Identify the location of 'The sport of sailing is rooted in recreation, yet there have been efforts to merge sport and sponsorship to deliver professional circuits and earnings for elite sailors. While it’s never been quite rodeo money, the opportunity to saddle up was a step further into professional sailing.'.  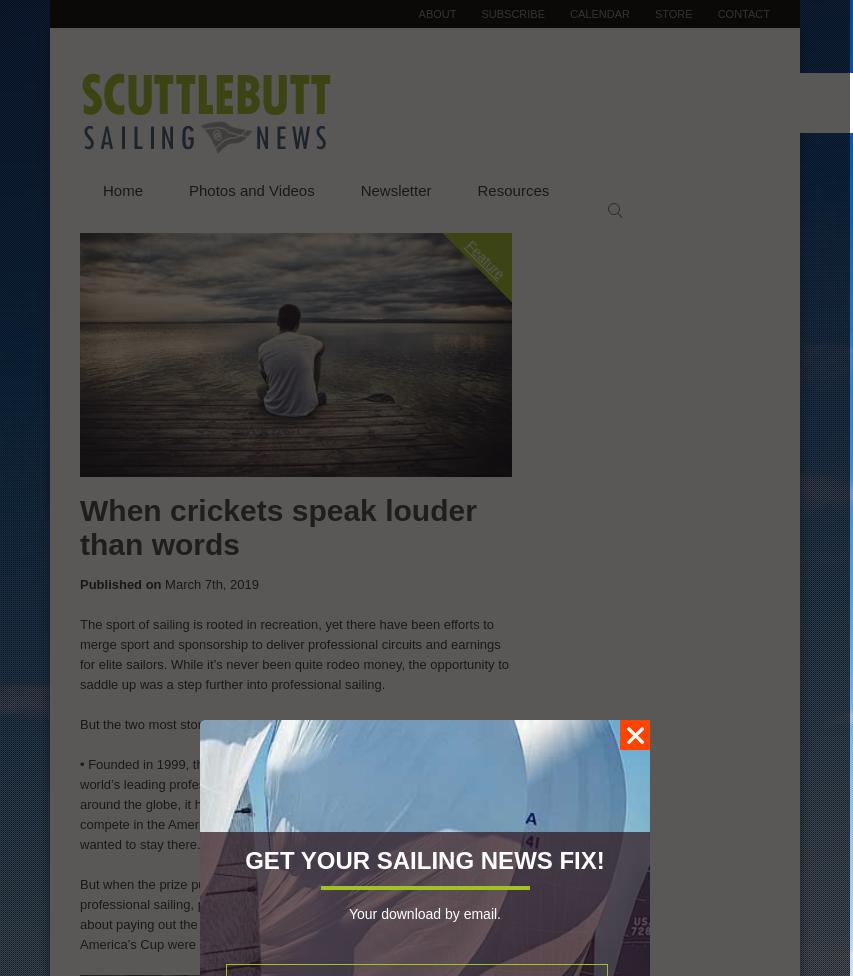
(79, 653).